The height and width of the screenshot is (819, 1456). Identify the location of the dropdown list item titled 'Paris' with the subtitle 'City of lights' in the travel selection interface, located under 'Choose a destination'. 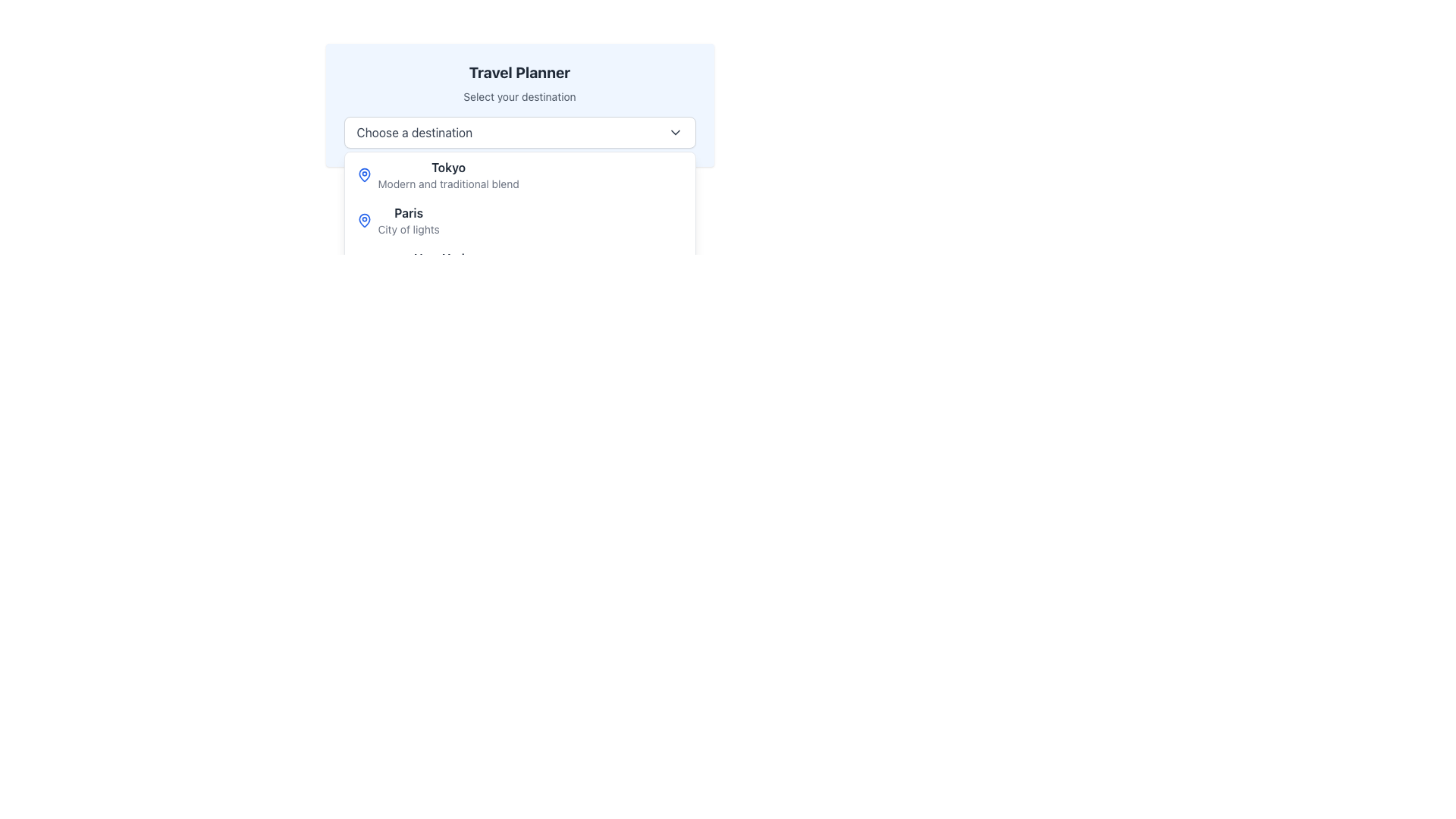
(519, 220).